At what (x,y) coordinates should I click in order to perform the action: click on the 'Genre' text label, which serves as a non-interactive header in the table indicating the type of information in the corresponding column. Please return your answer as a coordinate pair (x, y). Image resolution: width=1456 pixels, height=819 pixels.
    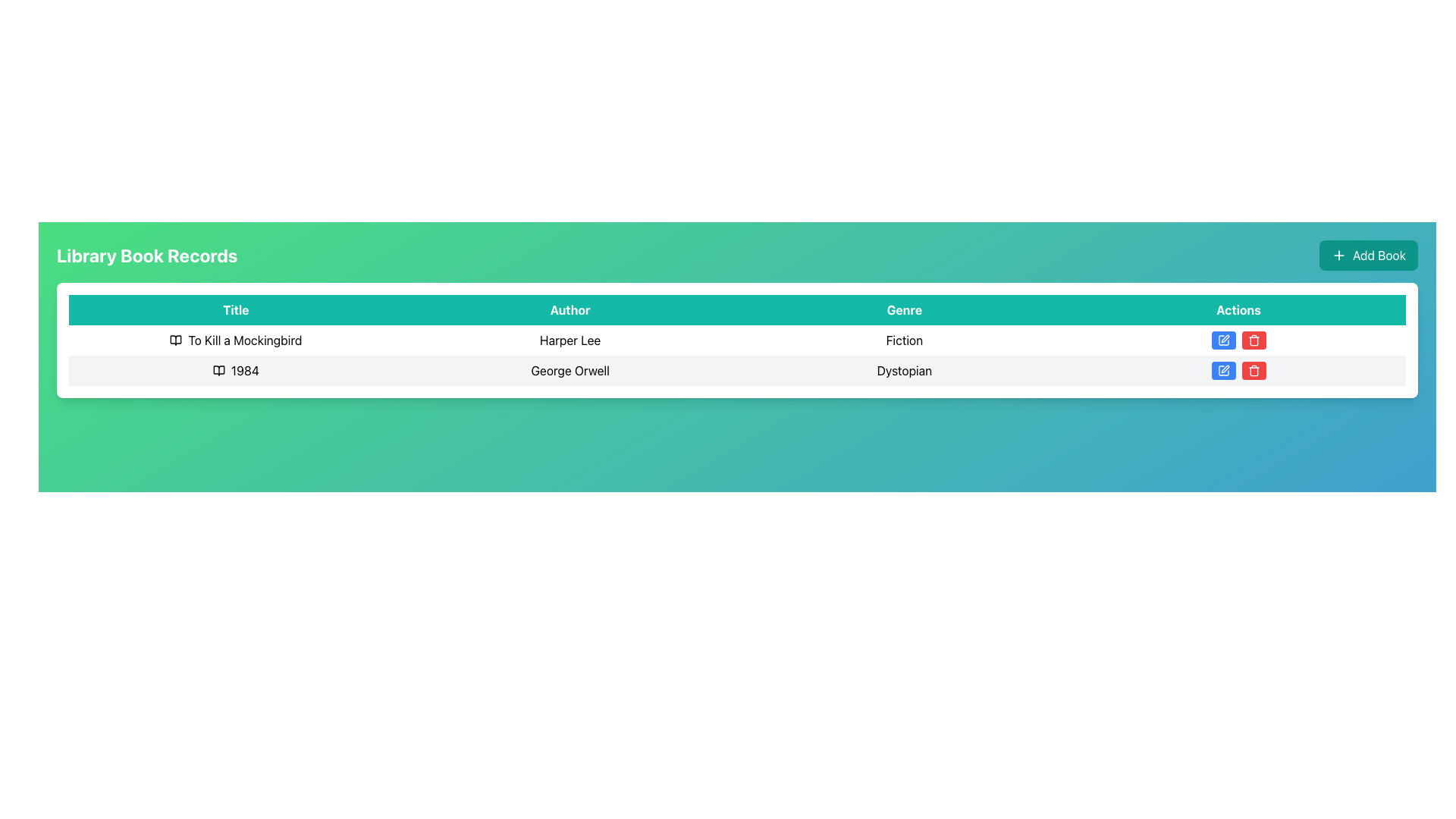
    Looking at the image, I should click on (904, 309).